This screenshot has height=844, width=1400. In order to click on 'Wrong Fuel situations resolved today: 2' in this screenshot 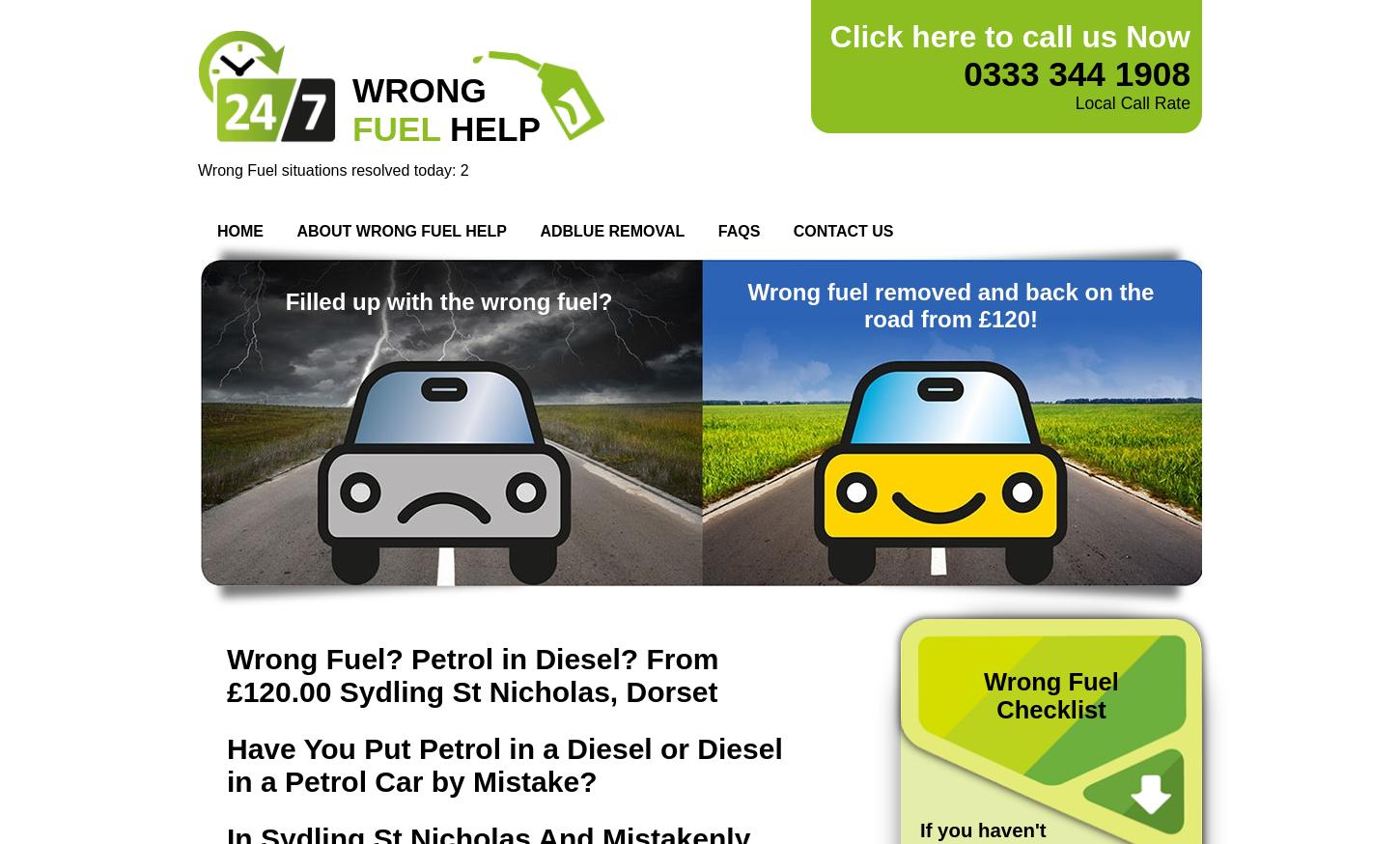, I will do `click(332, 169)`.